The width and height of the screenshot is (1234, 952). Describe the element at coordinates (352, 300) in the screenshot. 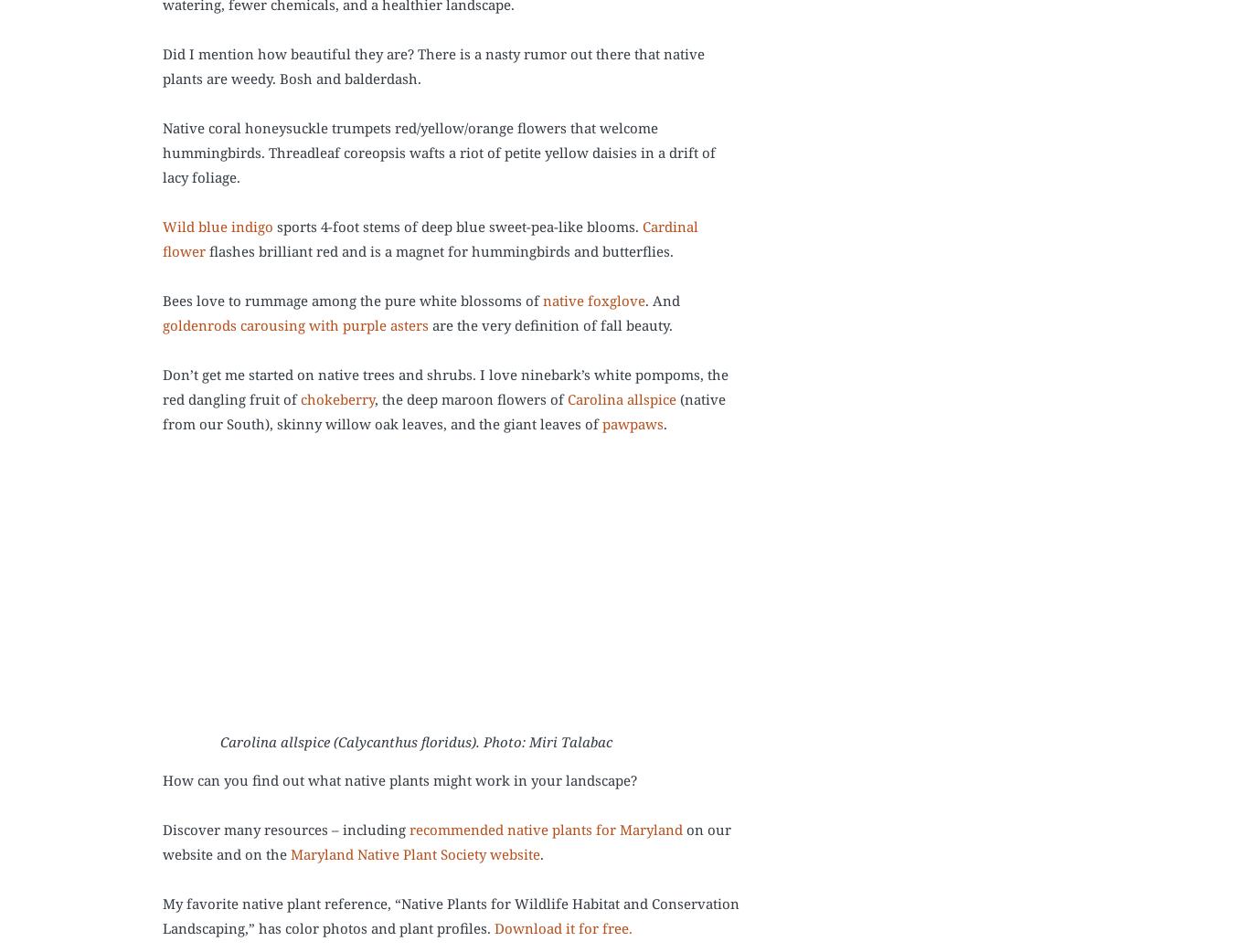

I see `'Bees love to rummage among the pure white blossoms of'` at that location.